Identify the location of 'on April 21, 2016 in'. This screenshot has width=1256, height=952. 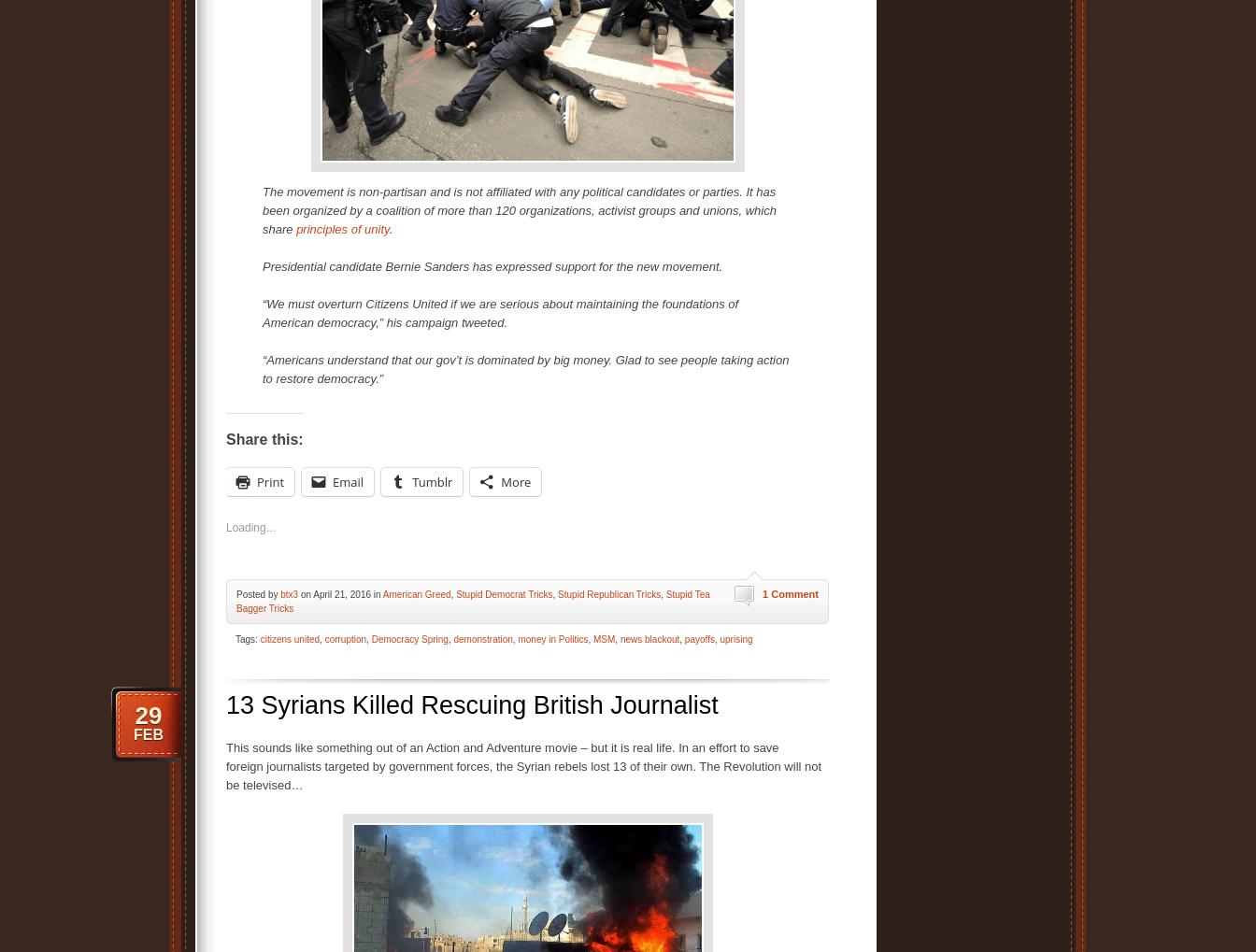
(339, 594).